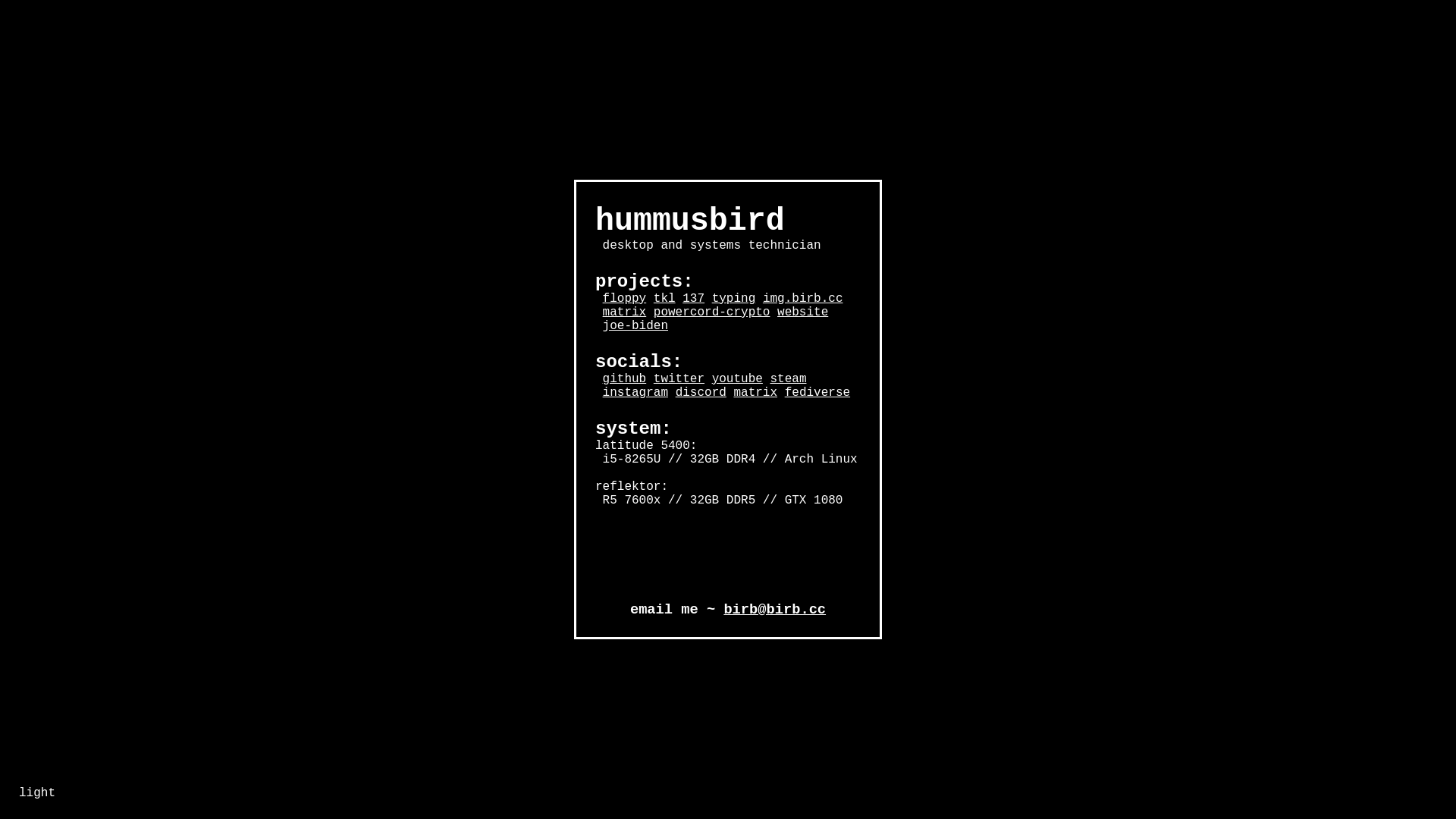  What do you see at coordinates (711, 378) in the screenshot?
I see `'youtube'` at bounding box center [711, 378].